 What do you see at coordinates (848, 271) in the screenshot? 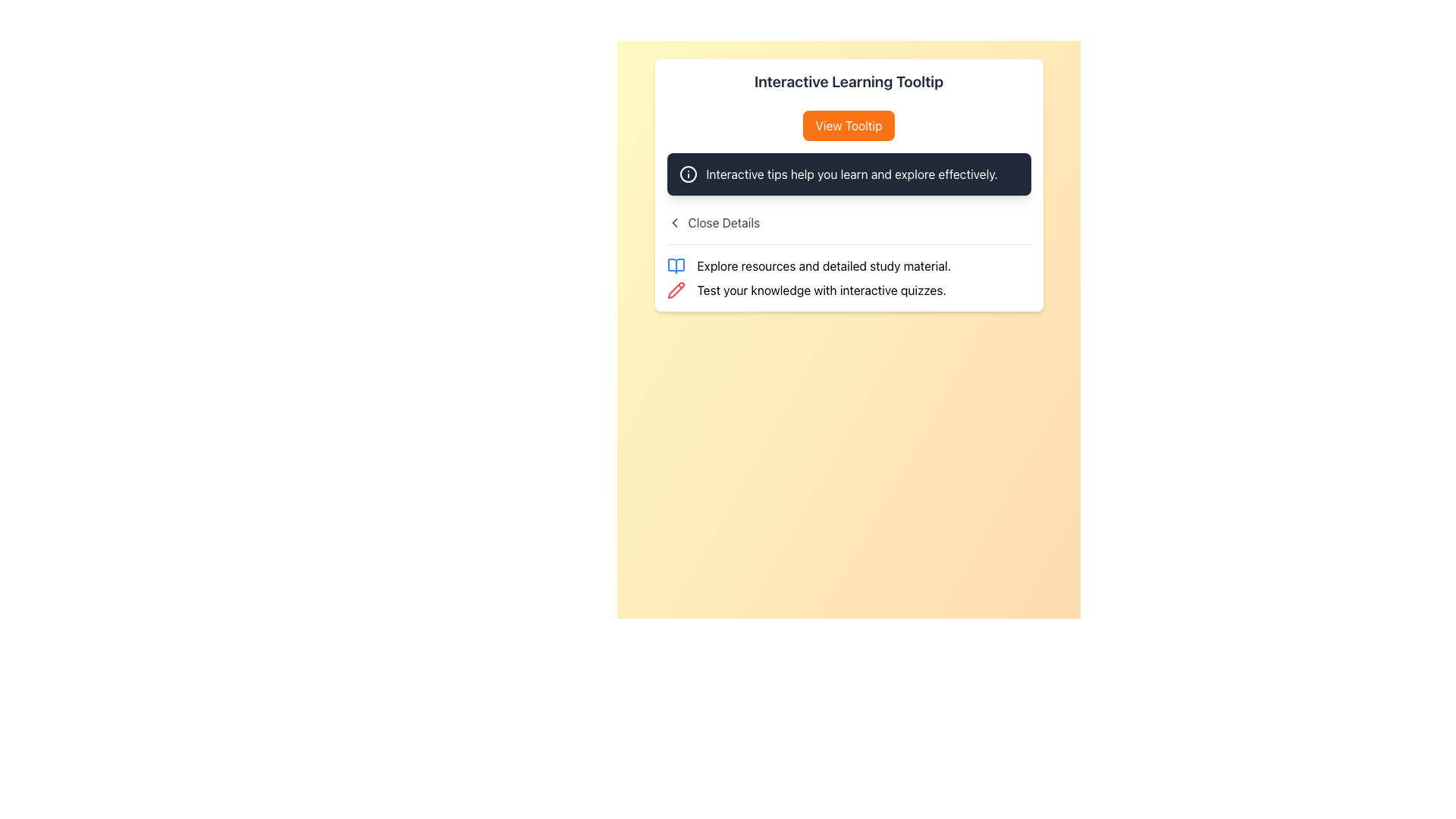
I see `the Informational Text Section with Icons located below the title 'Close Details' to read the detailed content` at bounding box center [848, 271].